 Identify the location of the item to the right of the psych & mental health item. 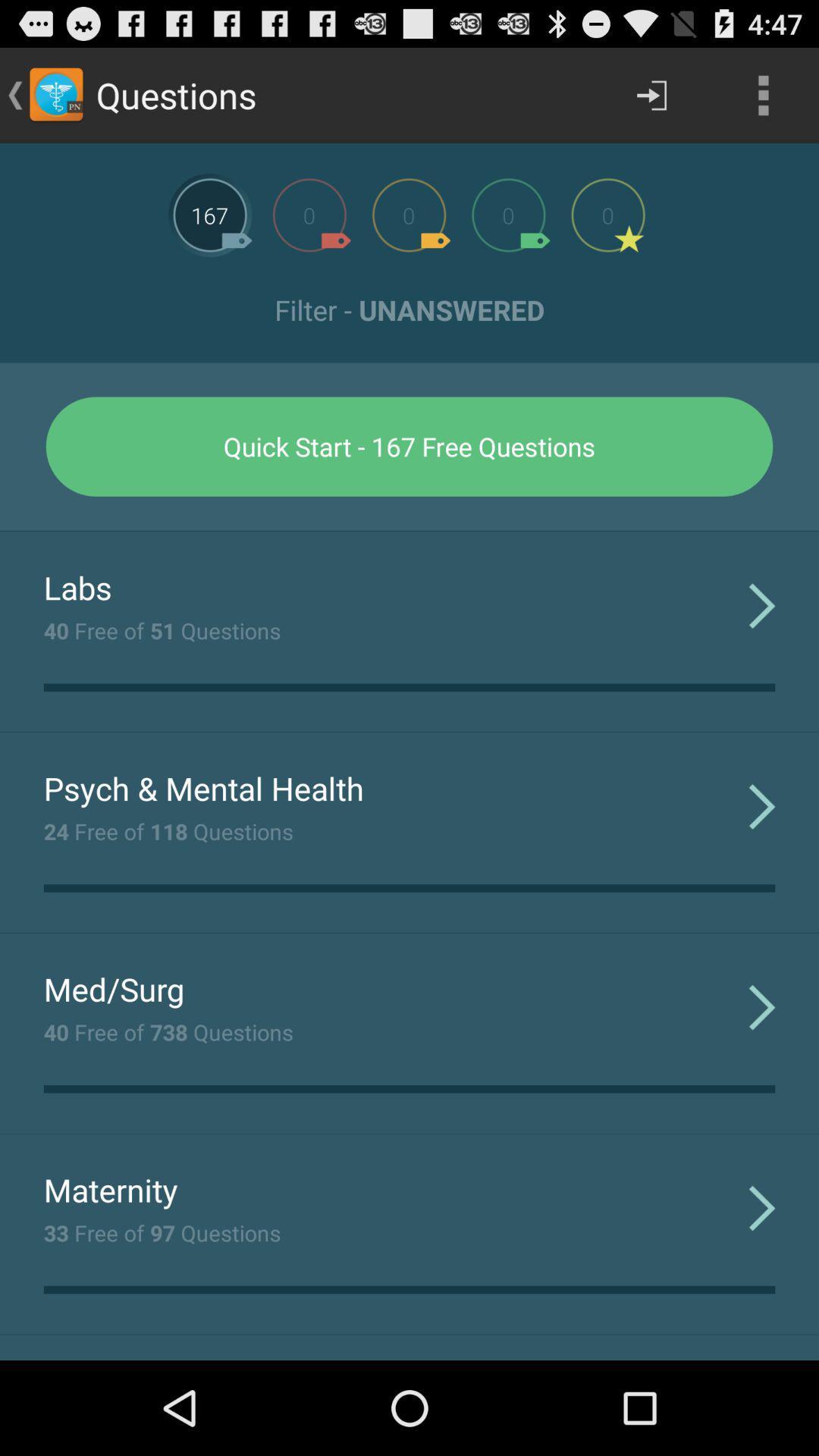
(762, 805).